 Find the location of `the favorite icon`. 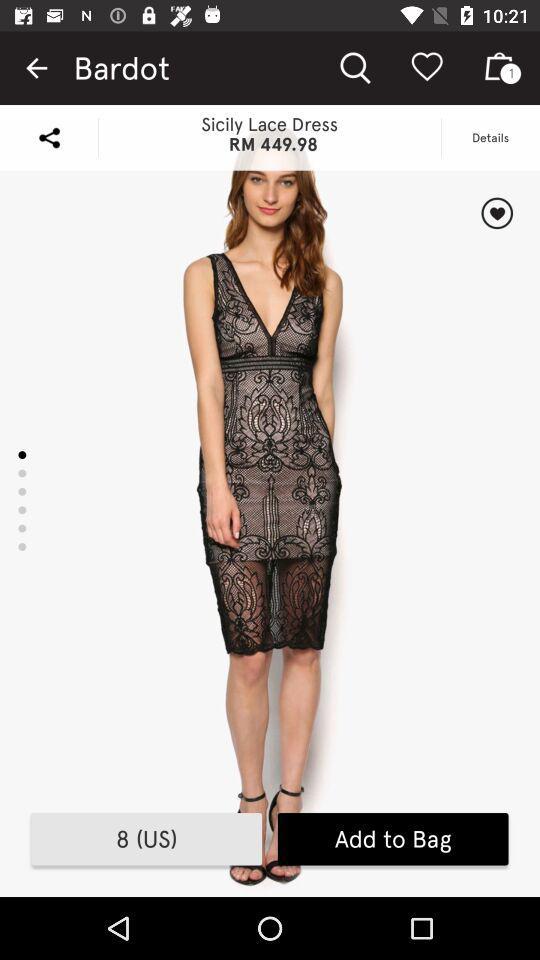

the favorite icon is located at coordinates (496, 213).